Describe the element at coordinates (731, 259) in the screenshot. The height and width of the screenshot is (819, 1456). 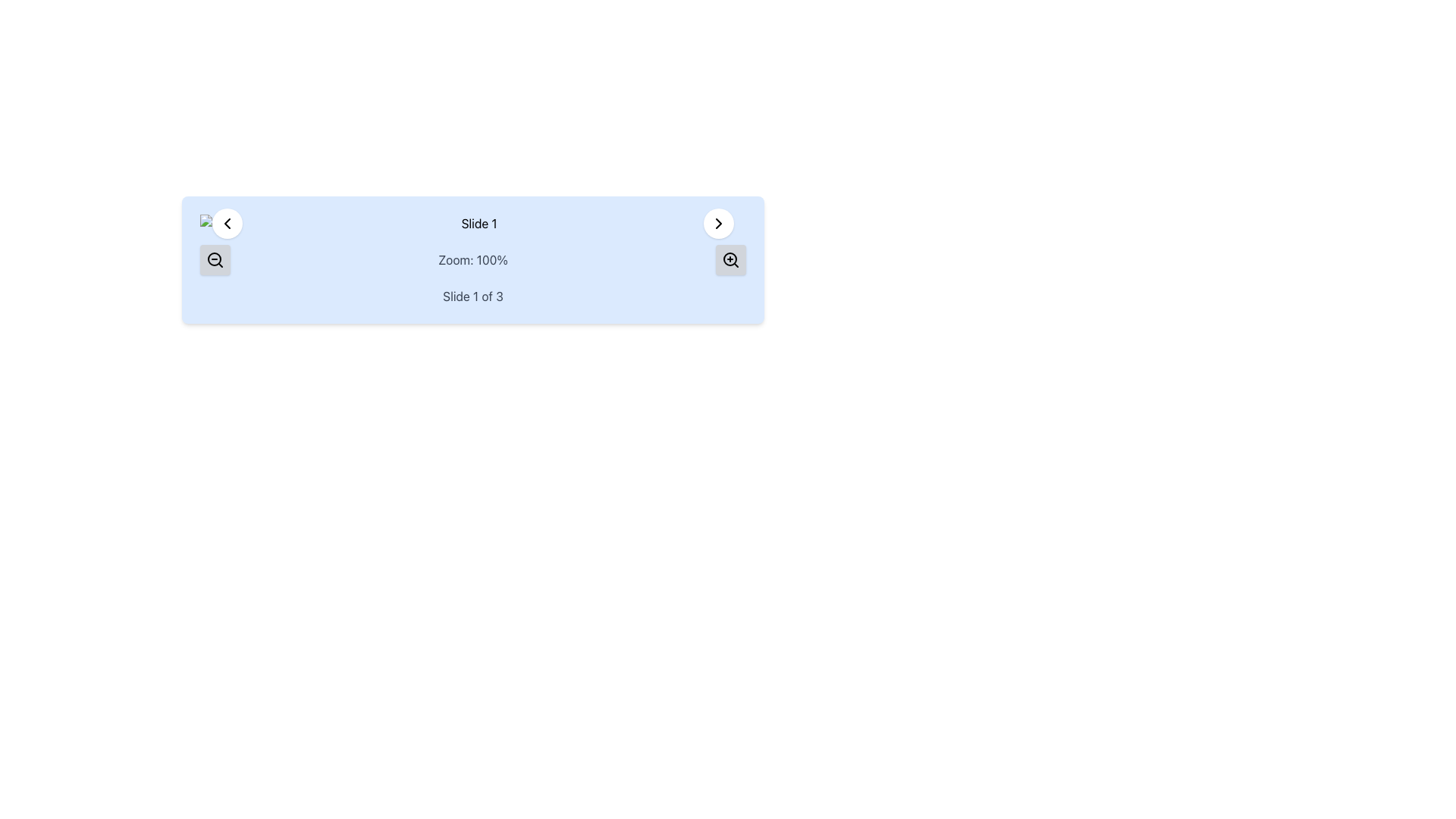
I see `the third interactive button with a gray background and a zoom-in magnifying glass icon` at that location.